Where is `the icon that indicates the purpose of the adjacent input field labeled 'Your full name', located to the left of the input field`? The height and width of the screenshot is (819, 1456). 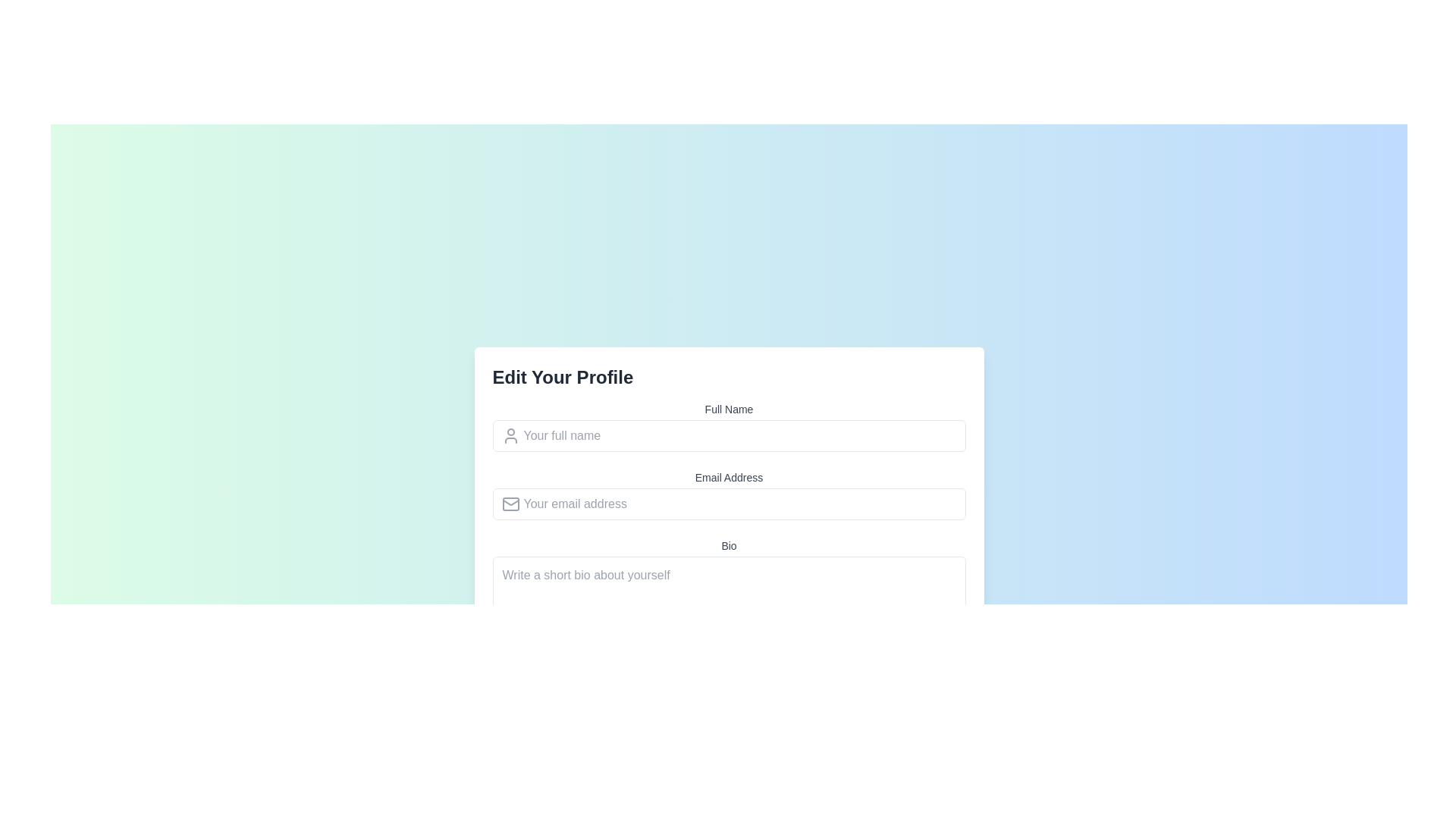 the icon that indicates the purpose of the adjacent input field labeled 'Your full name', located to the left of the input field is located at coordinates (510, 435).